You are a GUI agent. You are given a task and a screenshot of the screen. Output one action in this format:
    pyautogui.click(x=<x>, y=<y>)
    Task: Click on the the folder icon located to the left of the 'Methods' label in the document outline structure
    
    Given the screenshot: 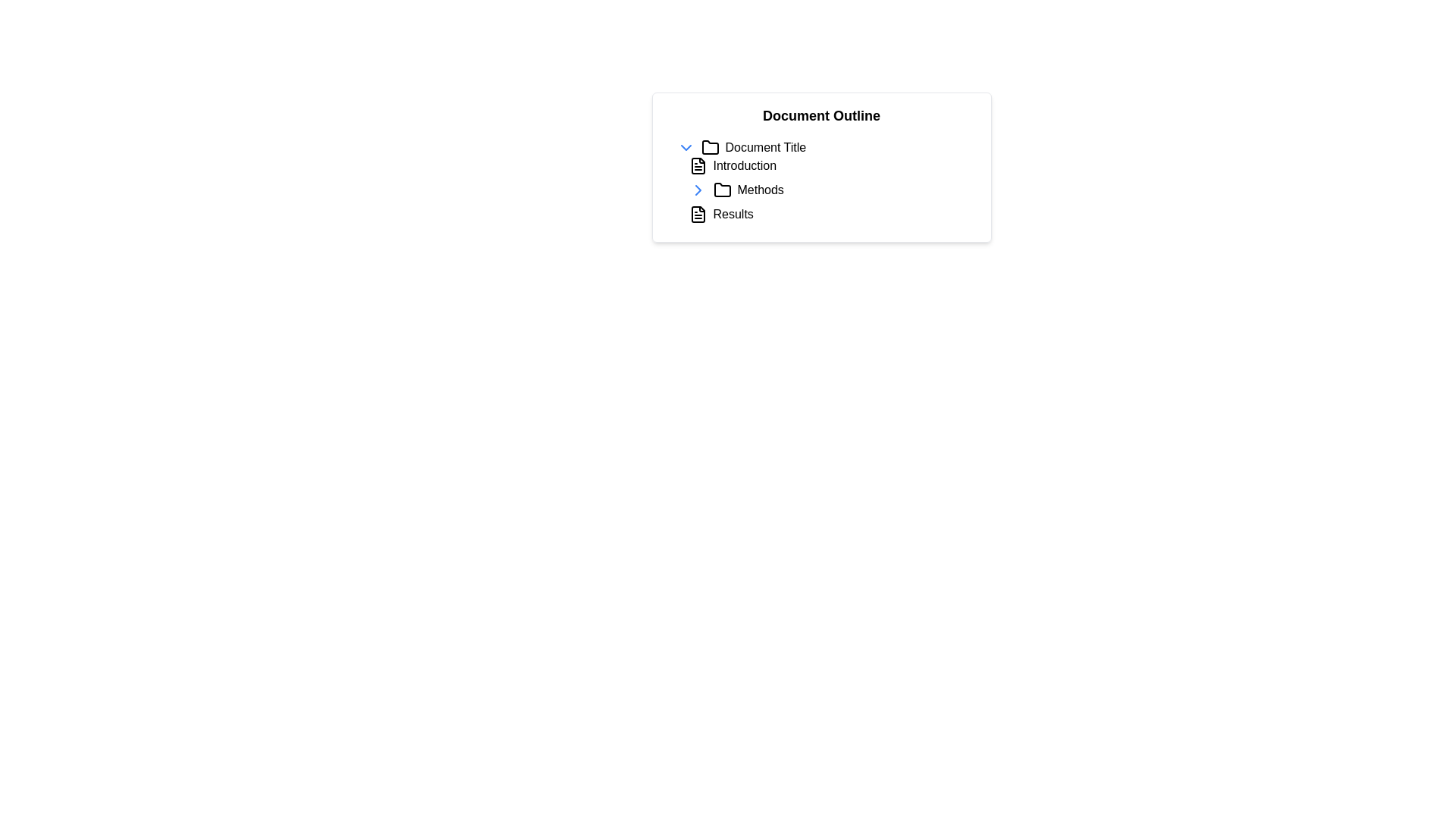 What is the action you would take?
    pyautogui.click(x=721, y=189)
    